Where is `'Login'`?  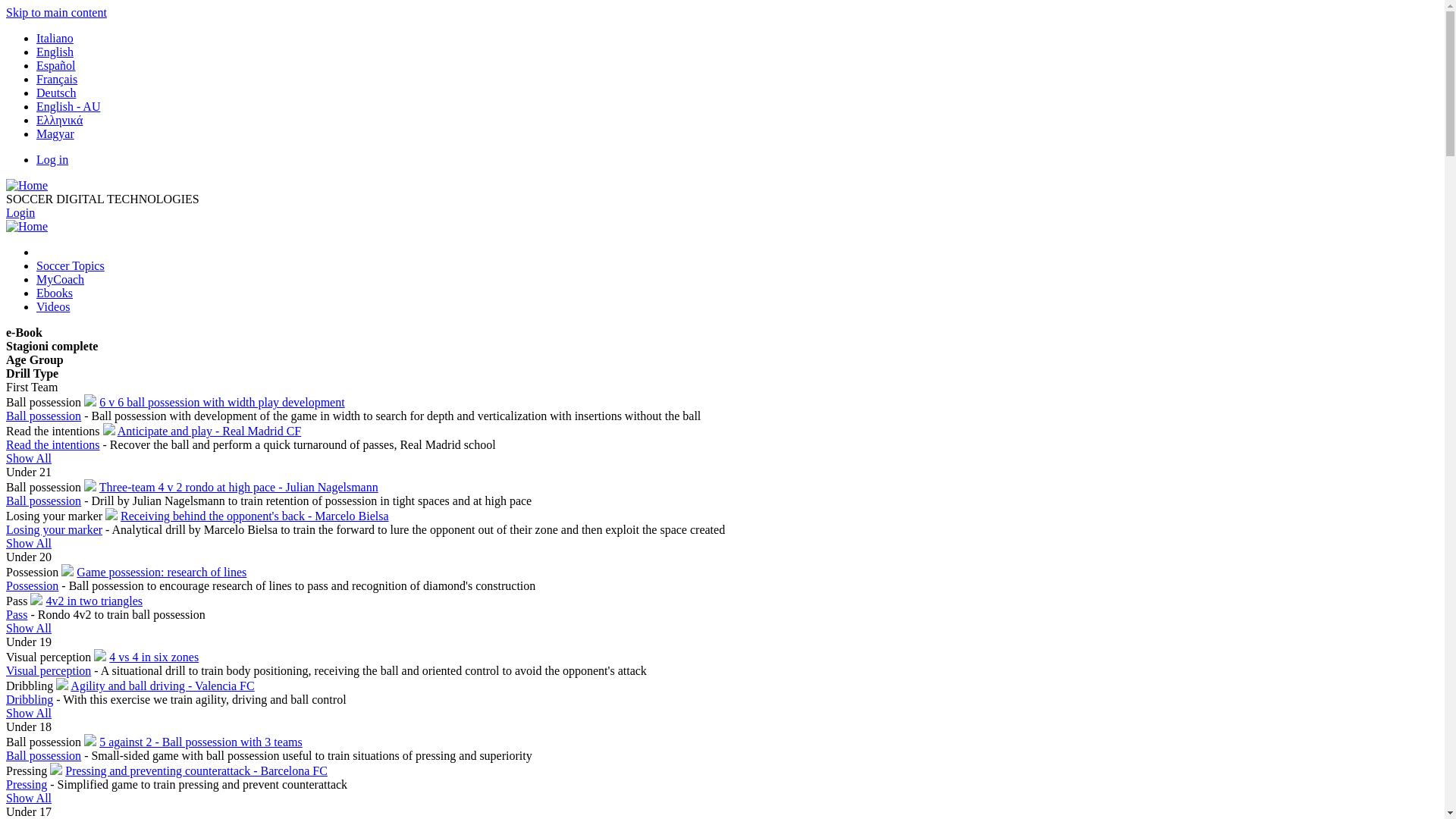 'Login' is located at coordinates (6, 212).